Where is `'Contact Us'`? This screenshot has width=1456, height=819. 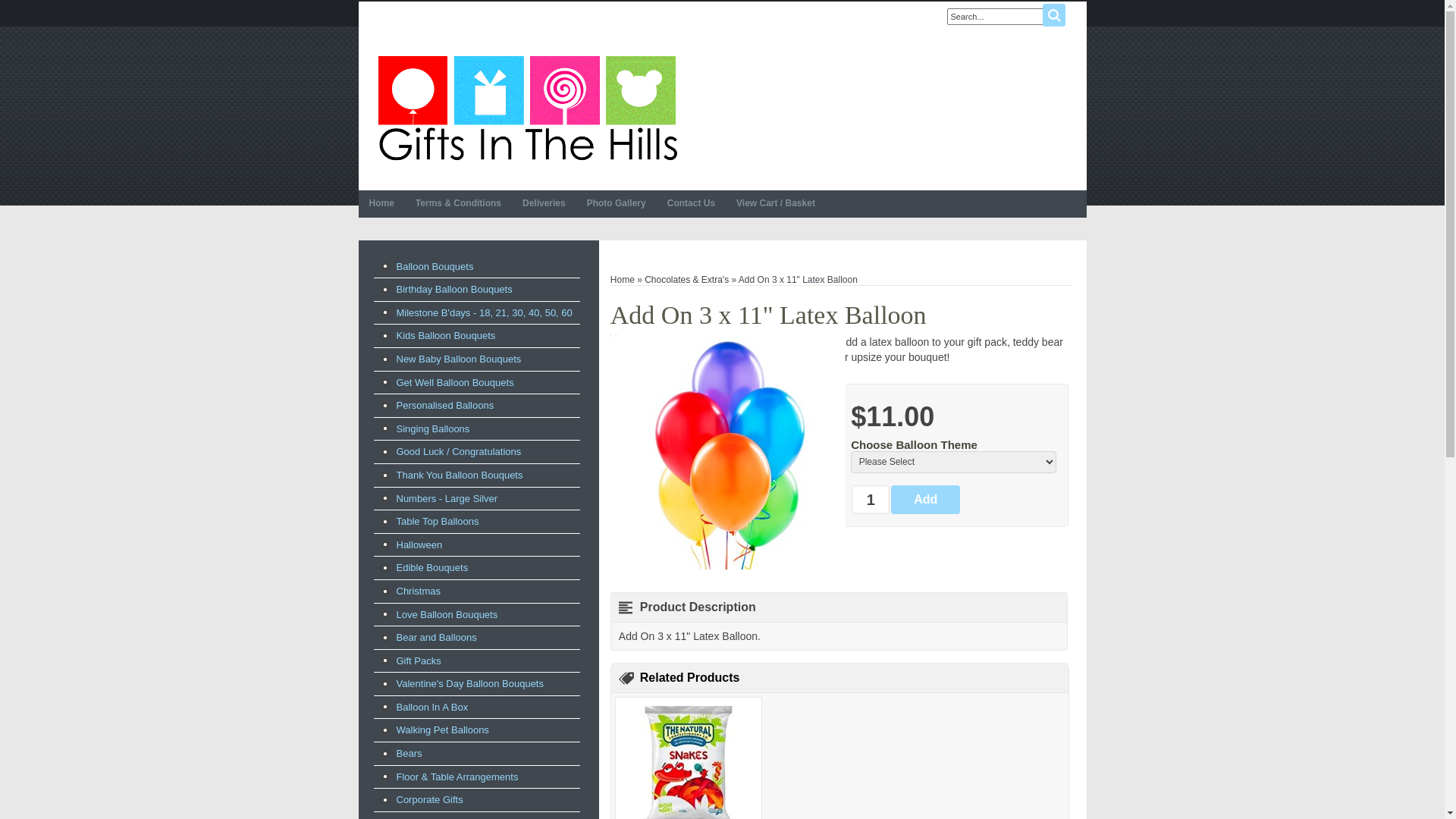 'Contact Us' is located at coordinates (690, 203).